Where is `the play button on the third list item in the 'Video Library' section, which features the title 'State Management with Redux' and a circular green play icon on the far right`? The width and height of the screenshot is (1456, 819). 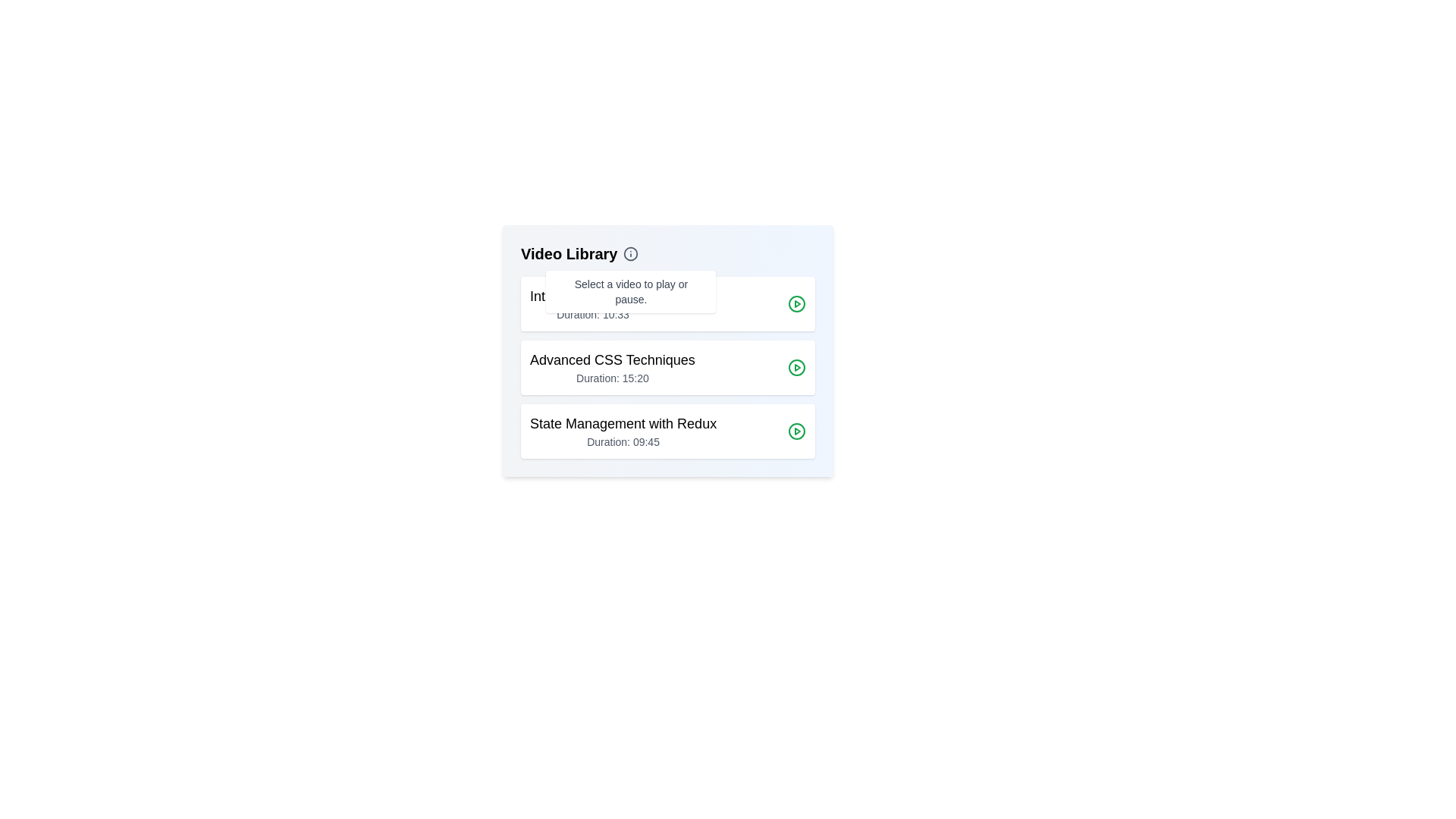
the play button on the third list item in the 'Video Library' section, which features the title 'State Management with Redux' and a circular green play icon on the far right is located at coordinates (667, 431).